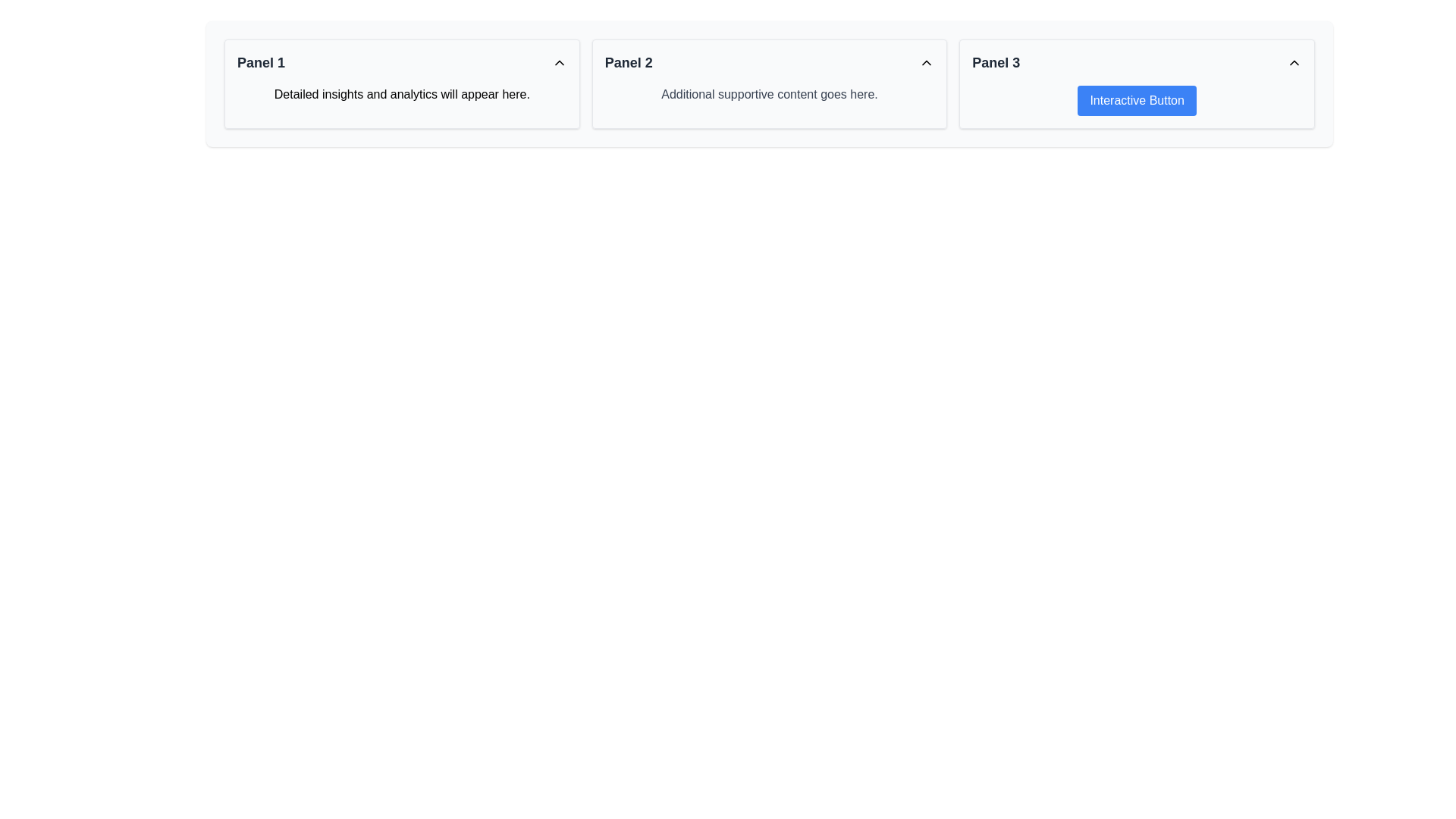  Describe the element at coordinates (996, 62) in the screenshot. I see `the header label for the third panel, which identifies the content in that panel, located at the top left of the third column of panels` at that location.